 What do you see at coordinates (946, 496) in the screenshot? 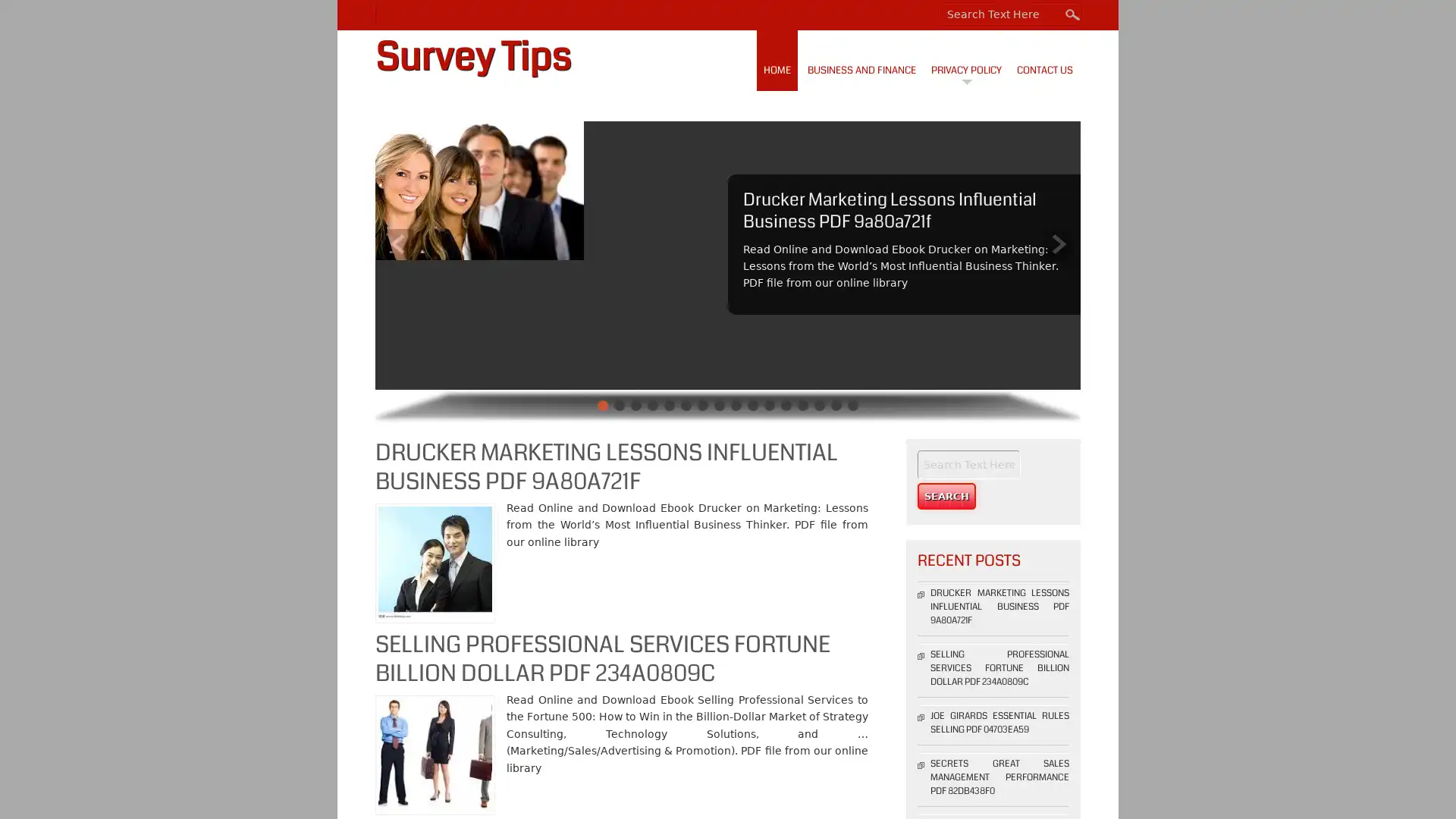
I see `Search` at bounding box center [946, 496].